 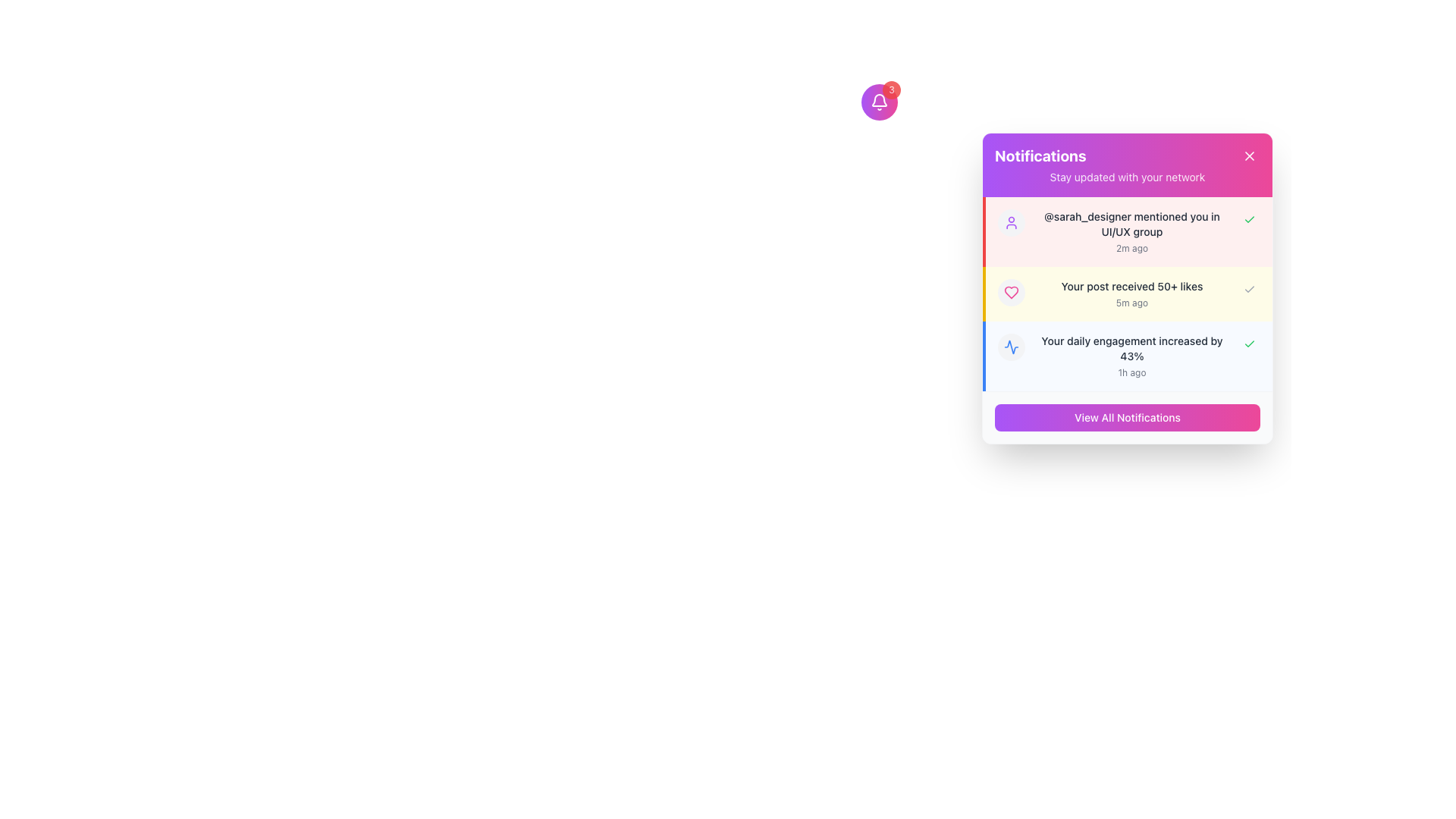 What do you see at coordinates (1040, 155) in the screenshot?
I see `the bold 'Notifications' text label located at the top left of the notification panel with a vibrant gradient background` at bounding box center [1040, 155].